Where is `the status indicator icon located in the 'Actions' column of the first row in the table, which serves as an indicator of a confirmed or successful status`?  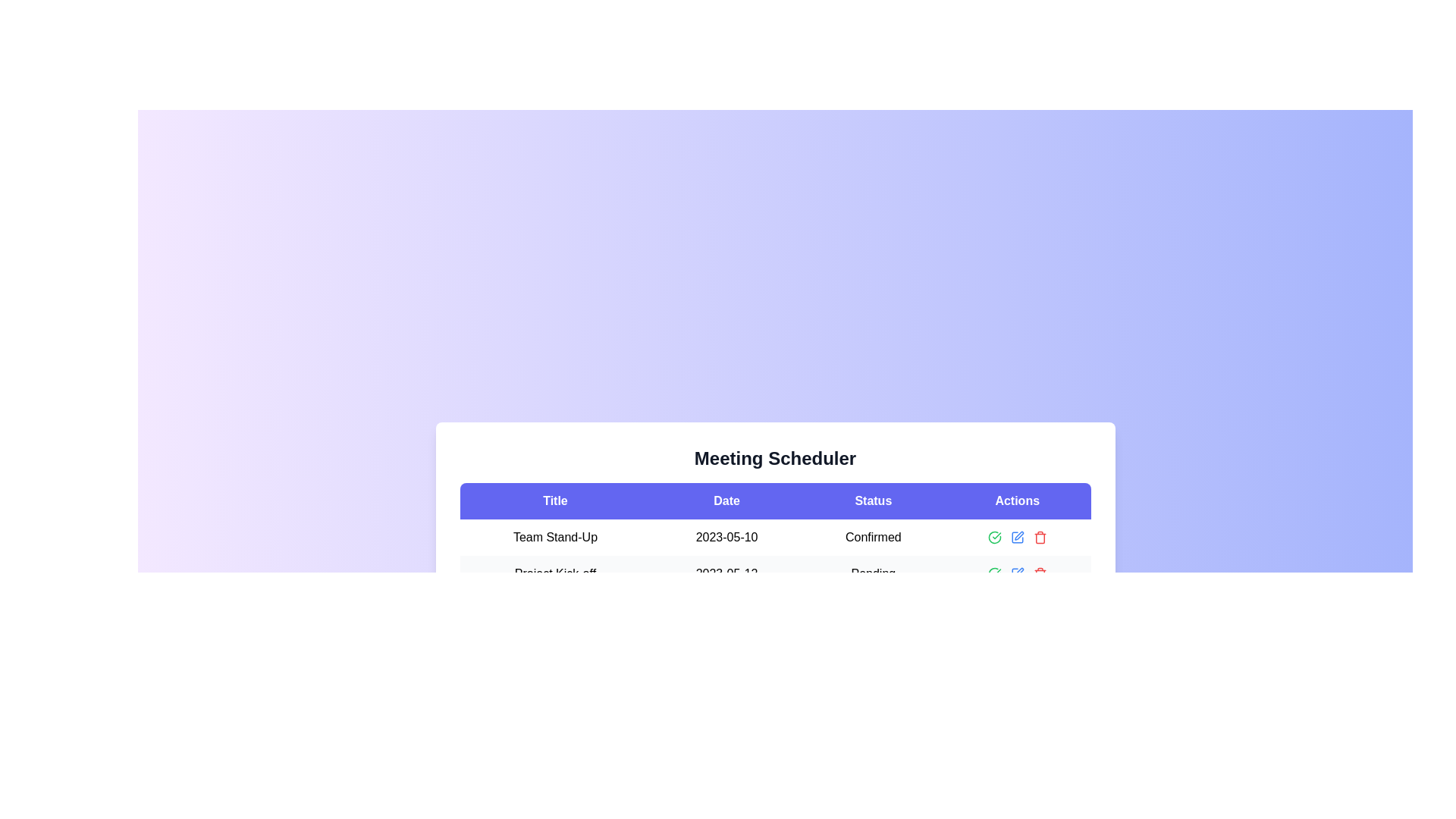
the status indicator icon located in the 'Actions' column of the first row in the table, which serves as an indicator of a confirmed or successful status is located at coordinates (994, 573).